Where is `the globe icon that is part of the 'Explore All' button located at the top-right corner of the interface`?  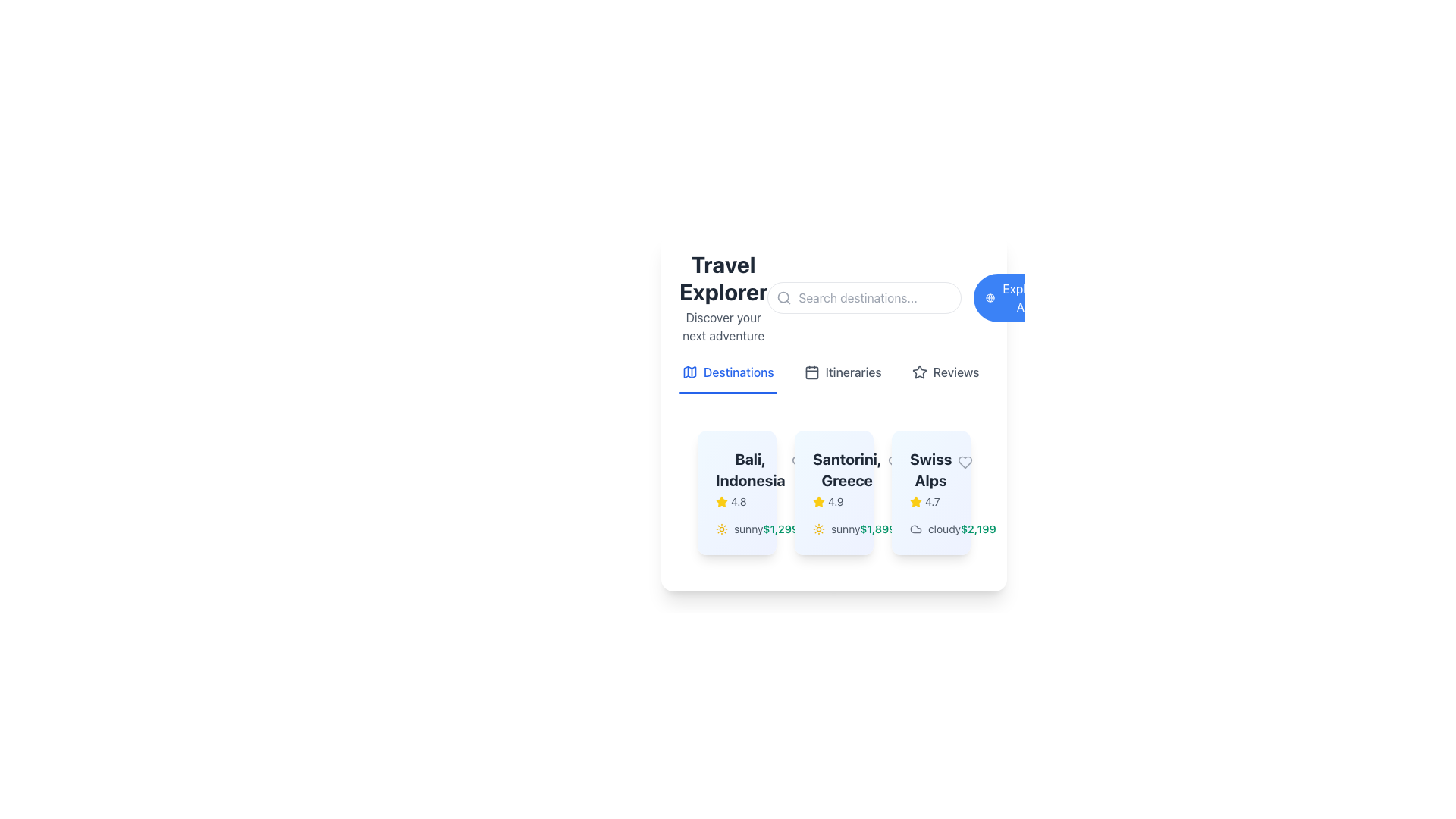
the globe icon that is part of the 'Explore All' button located at the top-right corner of the interface is located at coordinates (990, 298).